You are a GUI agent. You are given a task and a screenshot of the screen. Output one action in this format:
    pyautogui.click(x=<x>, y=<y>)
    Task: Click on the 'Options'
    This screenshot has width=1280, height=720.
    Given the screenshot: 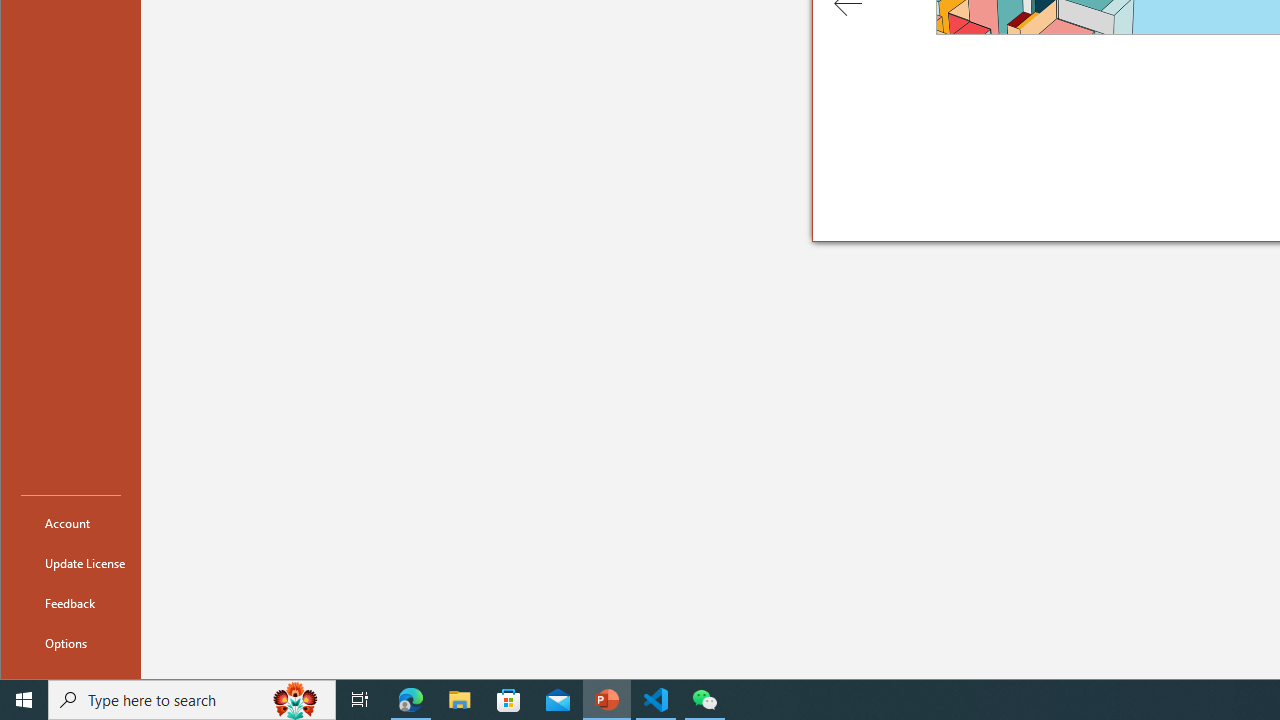 What is the action you would take?
    pyautogui.click(x=71, y=642)
    